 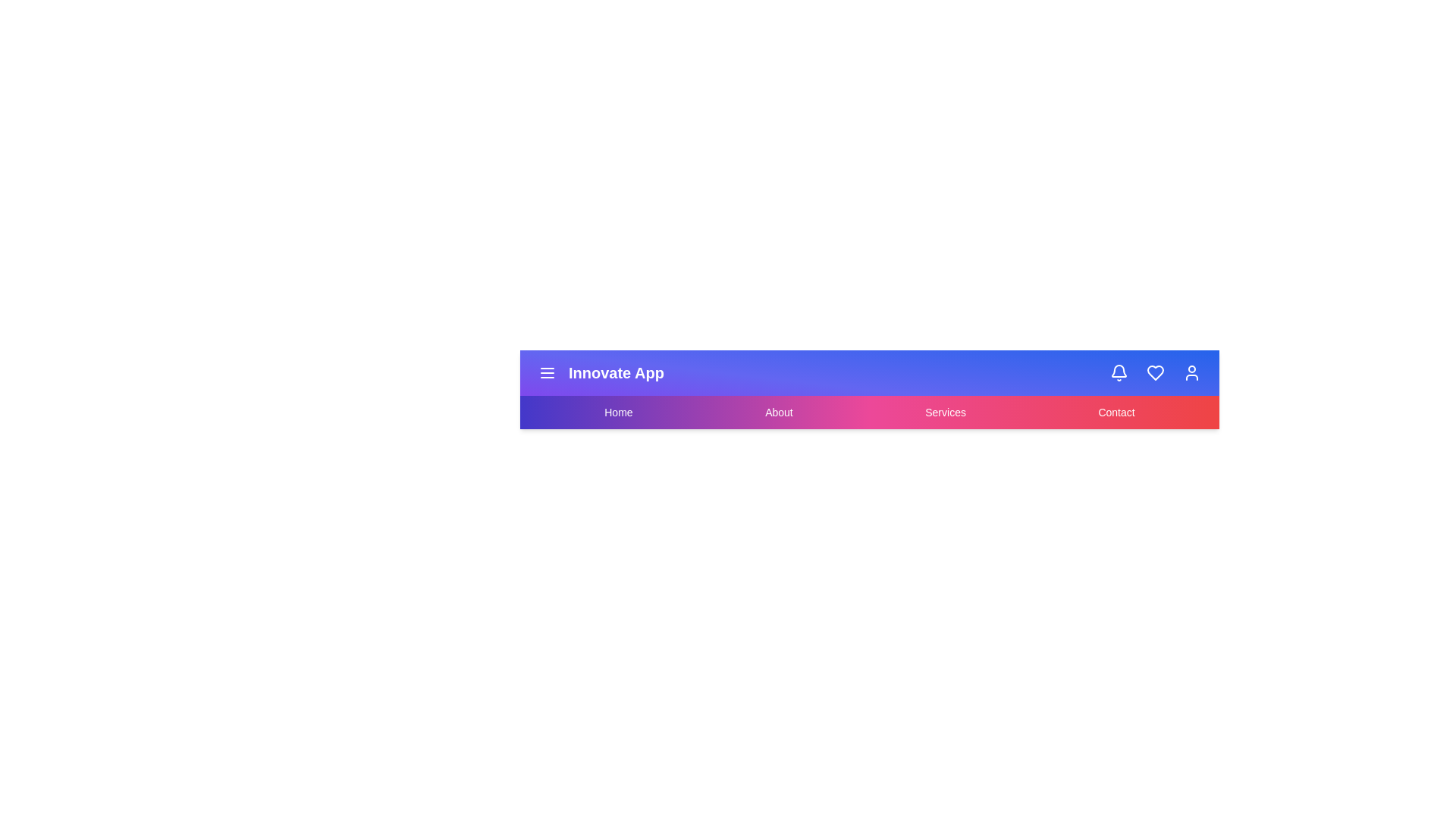 I want to click on the gradient navigation bar, so click(x=870, y=412).